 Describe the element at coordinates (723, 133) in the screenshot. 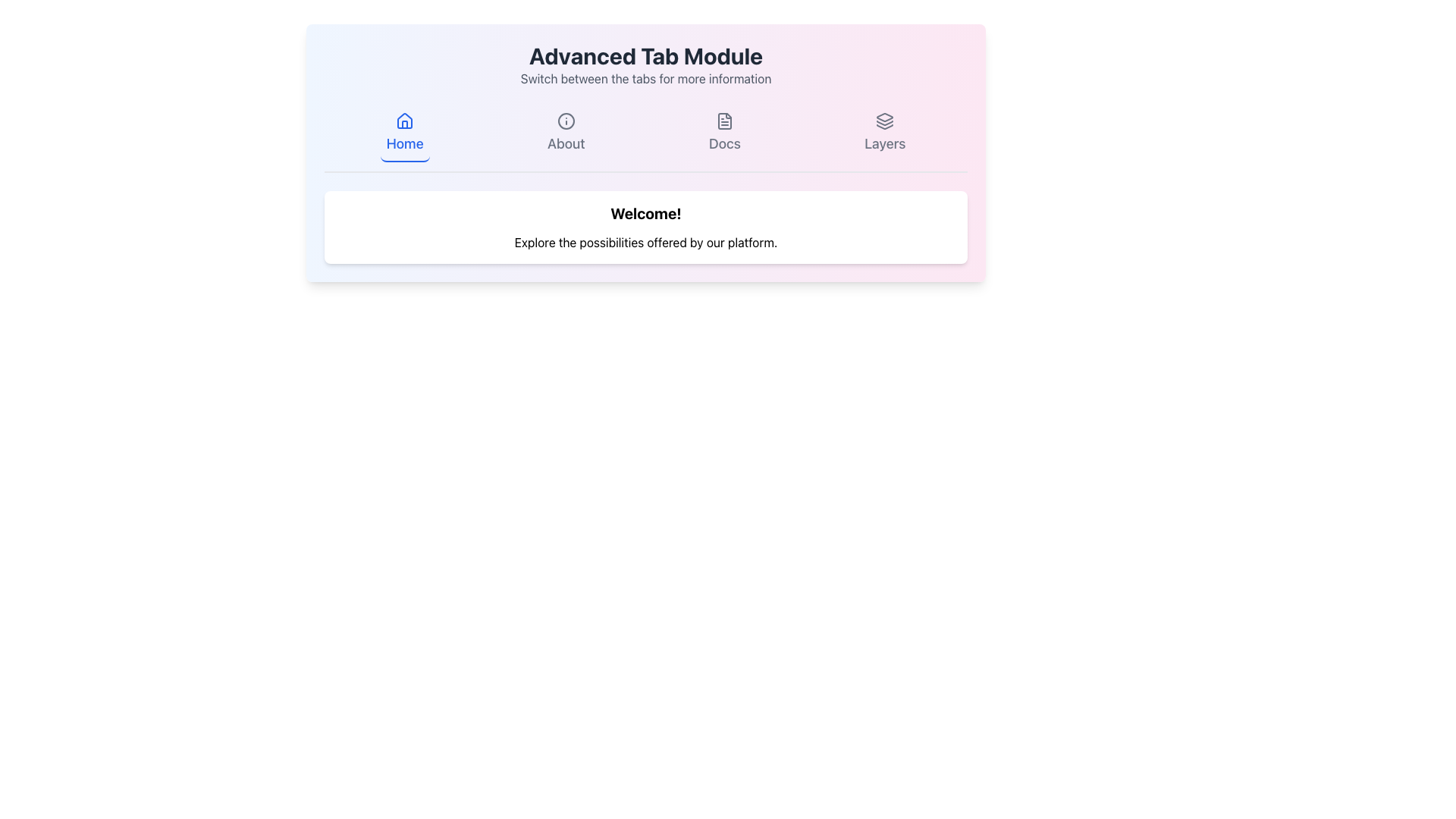

I see `the 'Docs' navigation button located beneath the 'Advanced Tab Module' heading to change its text color` at that location.